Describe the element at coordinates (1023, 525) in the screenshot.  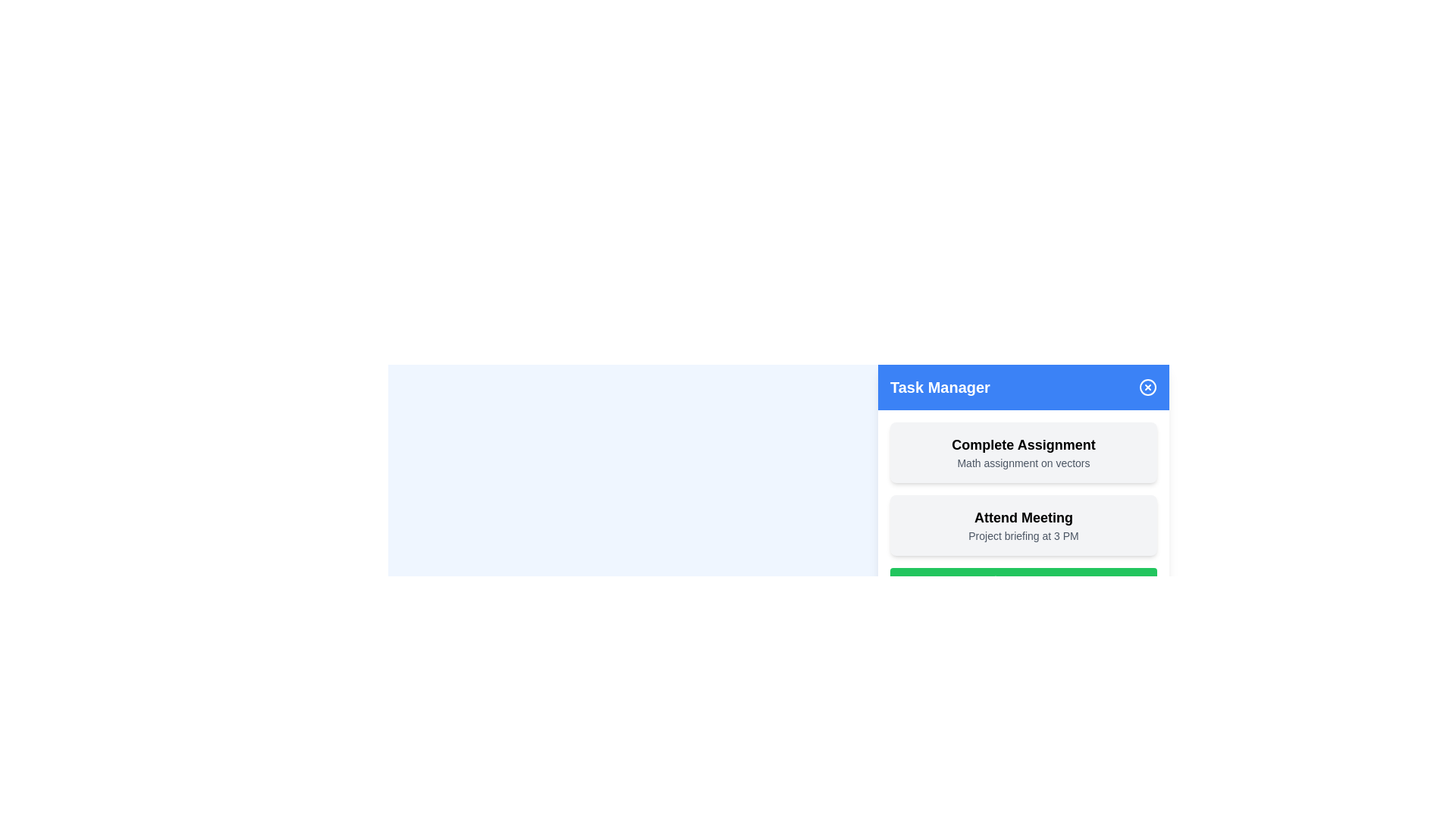
I see `the Task Card labeled 'Attend Meeting' which contains the details 'Project briefing at 3 PM.' This card is the second item in the vertical stack of task cards` at that location.